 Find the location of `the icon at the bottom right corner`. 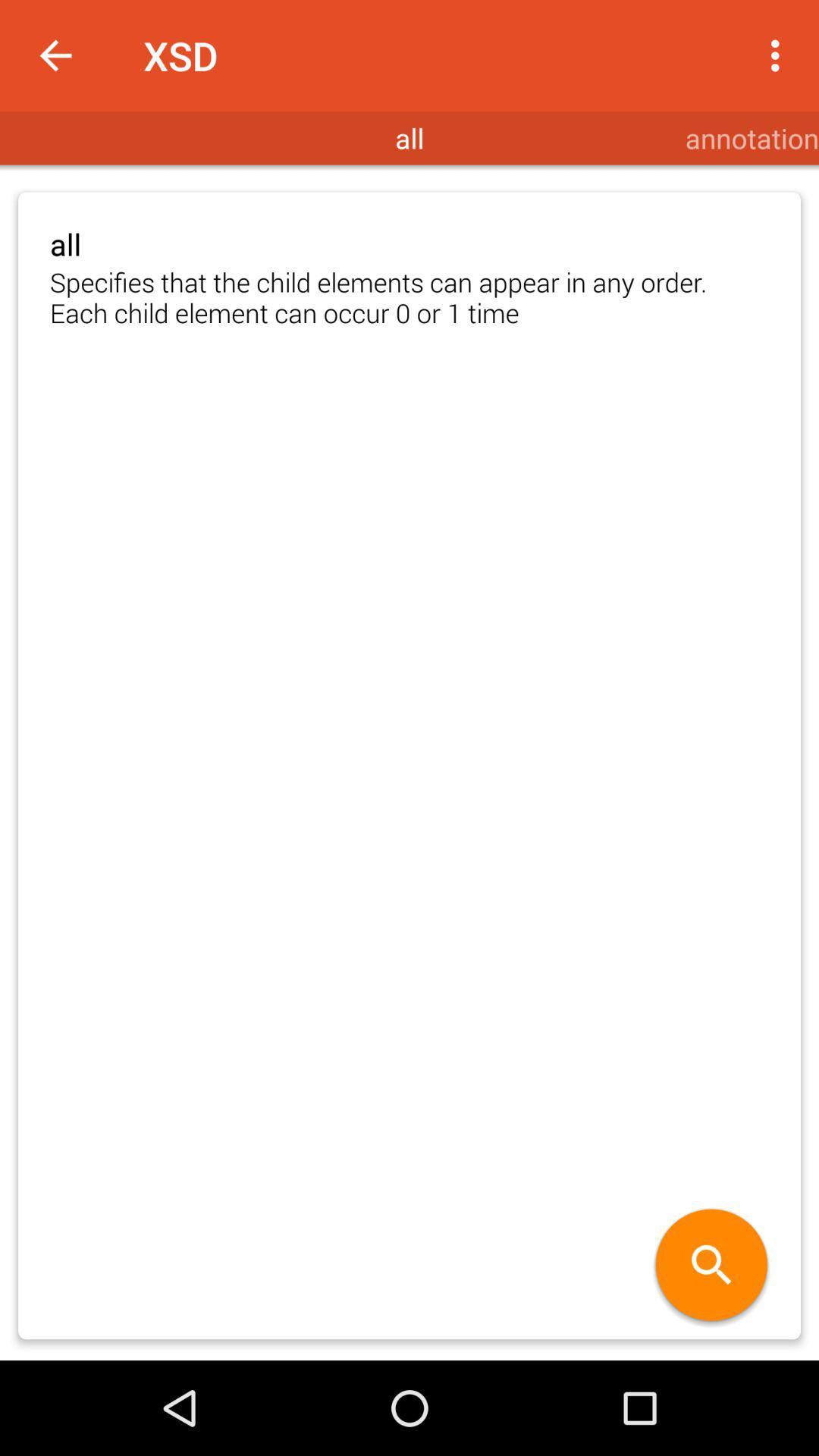

the icon at the bottom right corner is located at coordinates (711, 1266).